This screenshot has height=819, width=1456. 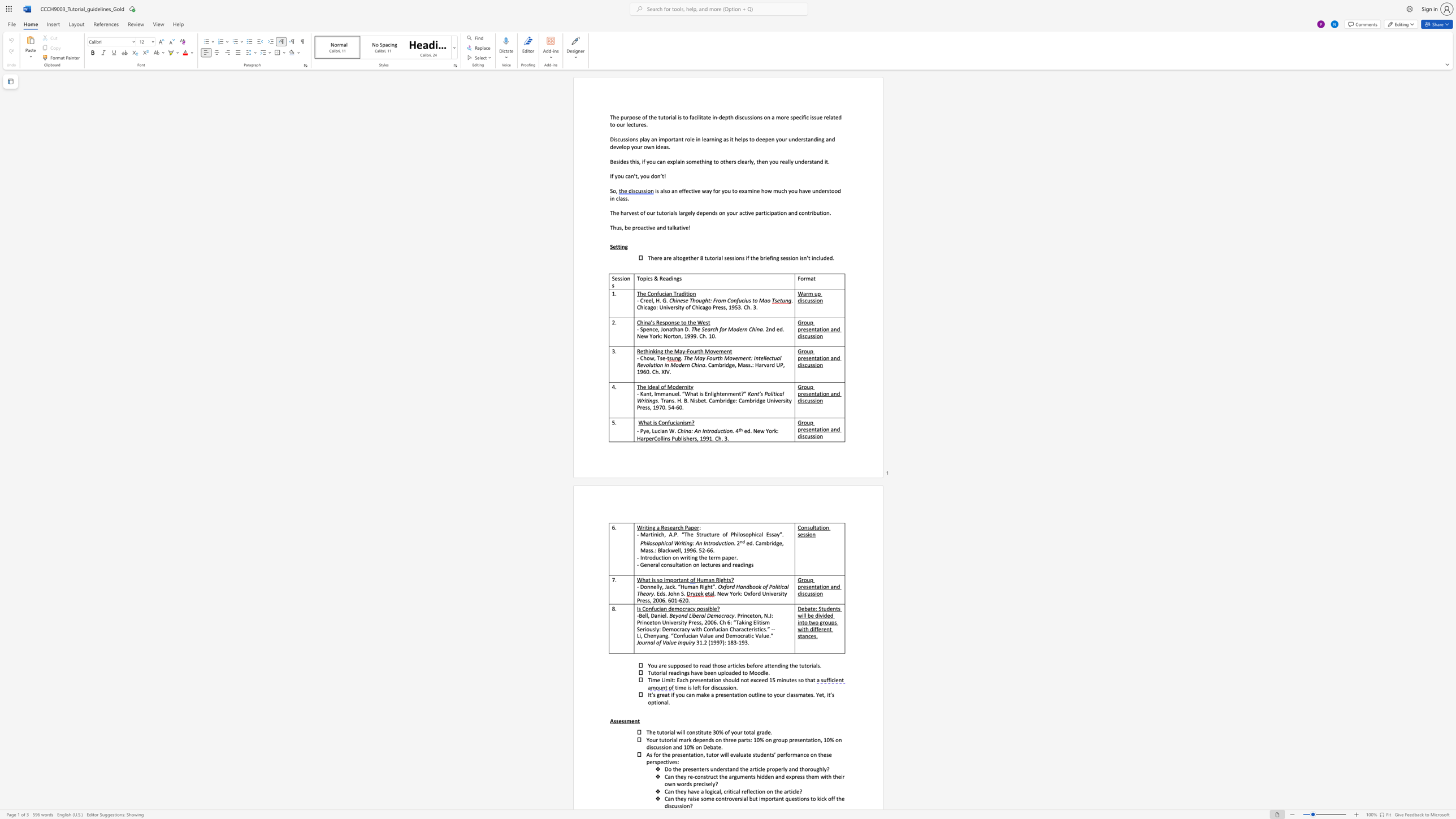 I want to click on the subset text "0." within the text ". 2nd ed. New York: Norton, 1999. Ch. 10.", so click(x=711, y=336).